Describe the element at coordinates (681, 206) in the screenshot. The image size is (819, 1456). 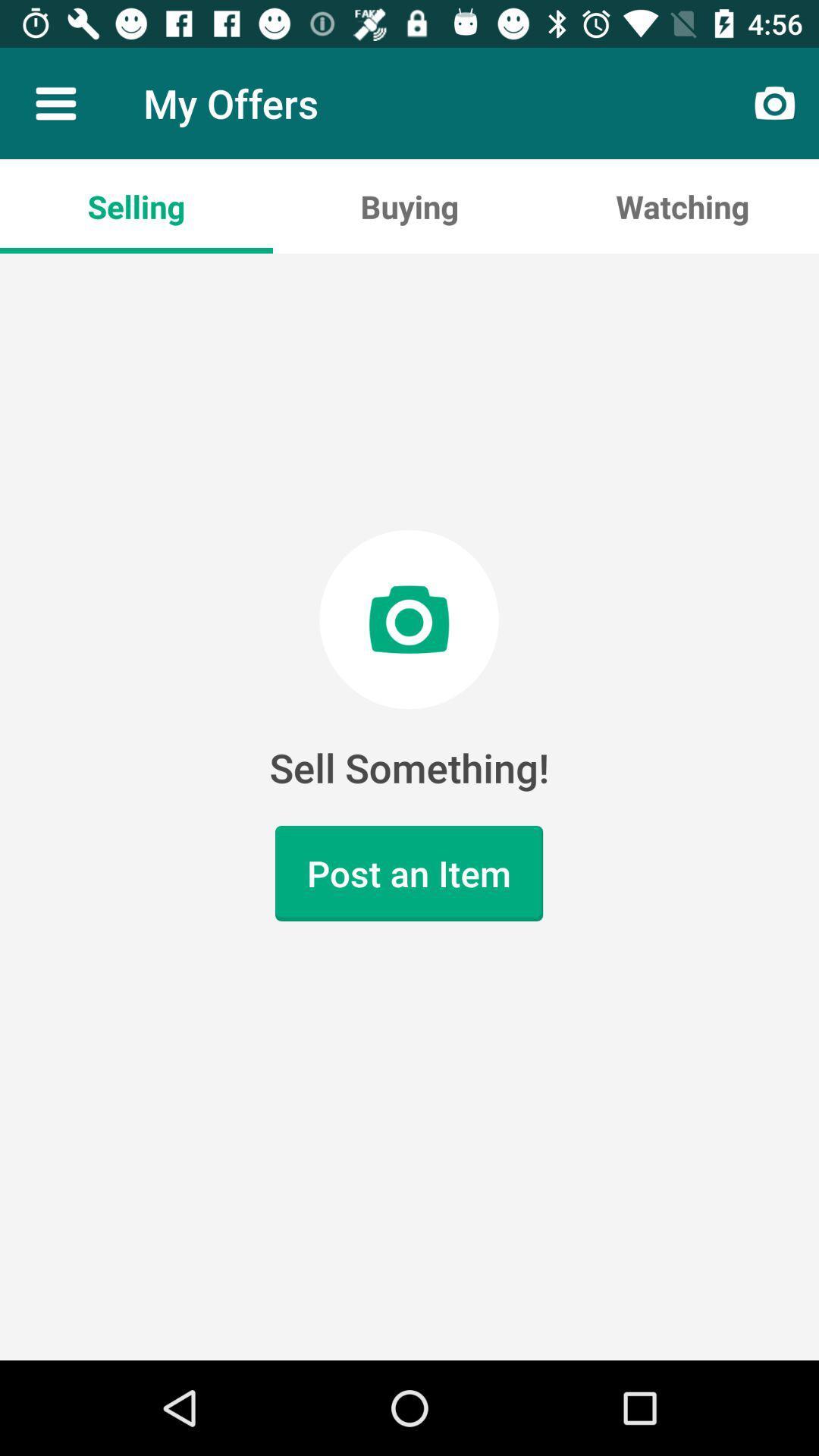
I see `icon above the sell something! icon` at that location.